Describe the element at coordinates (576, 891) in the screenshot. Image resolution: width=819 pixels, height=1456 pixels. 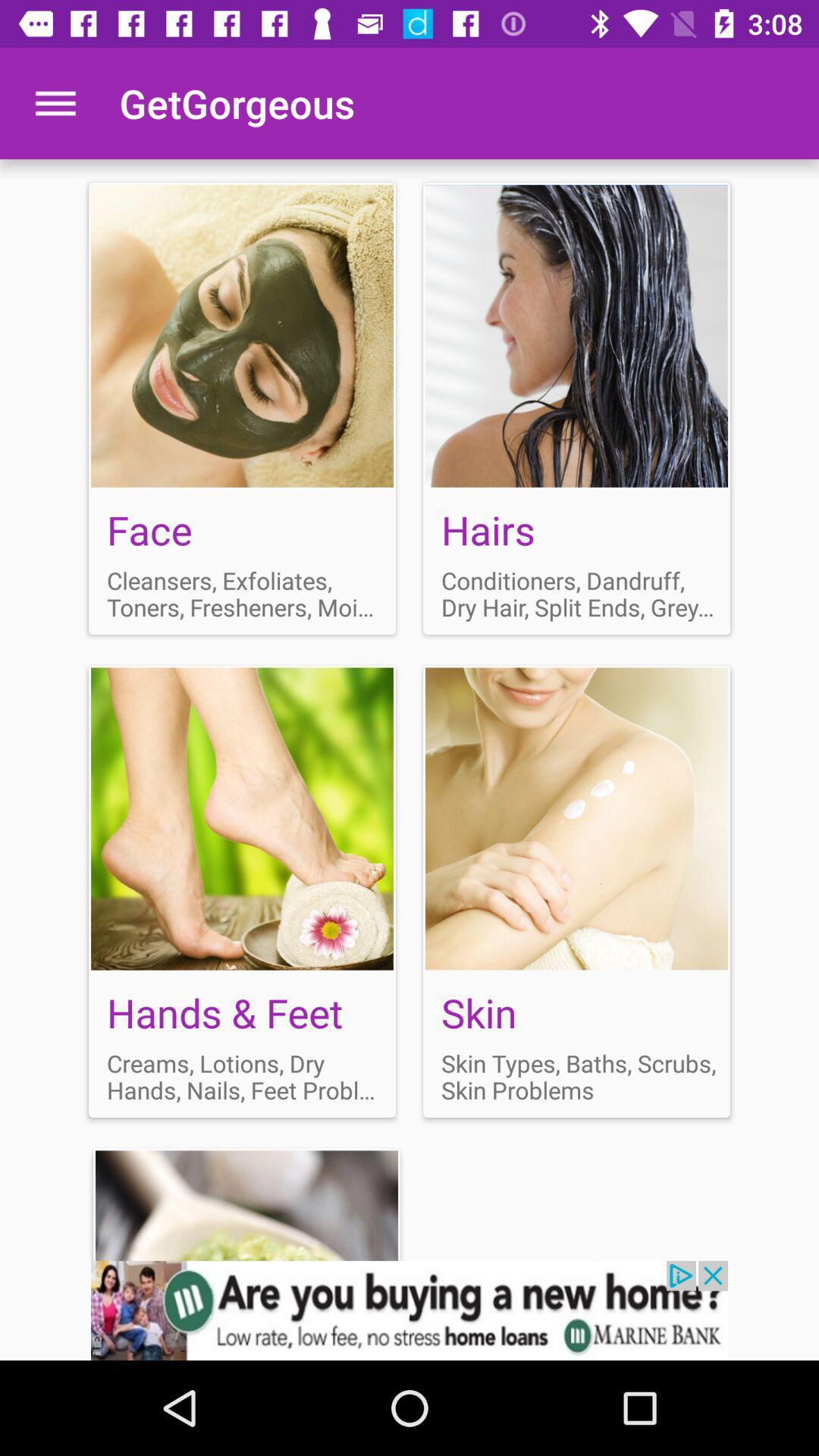
I see `skin skin types baths scrubs skin problems` at that location.